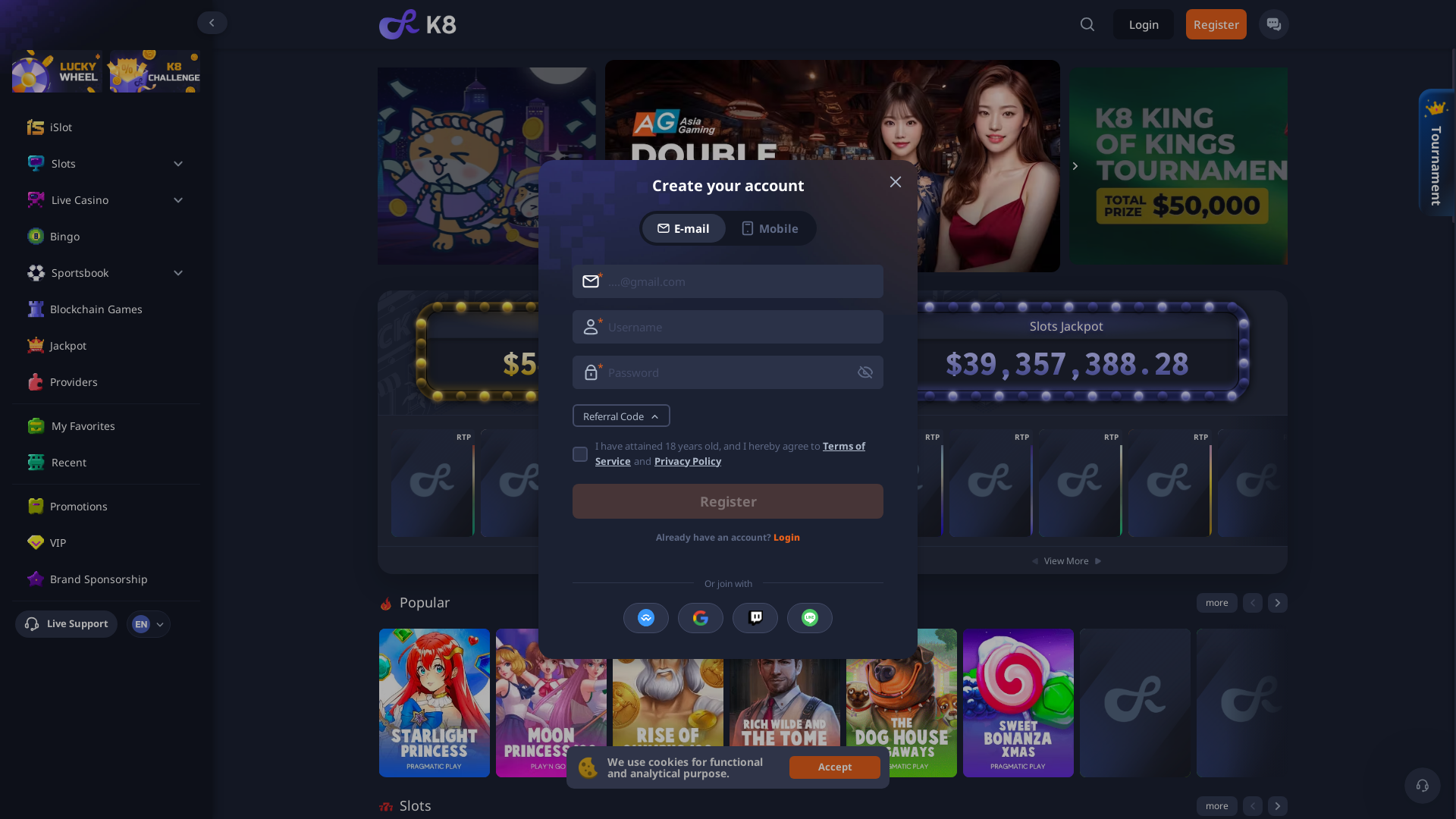  I want to click on 'Starlight Princess', so click(433, 702).